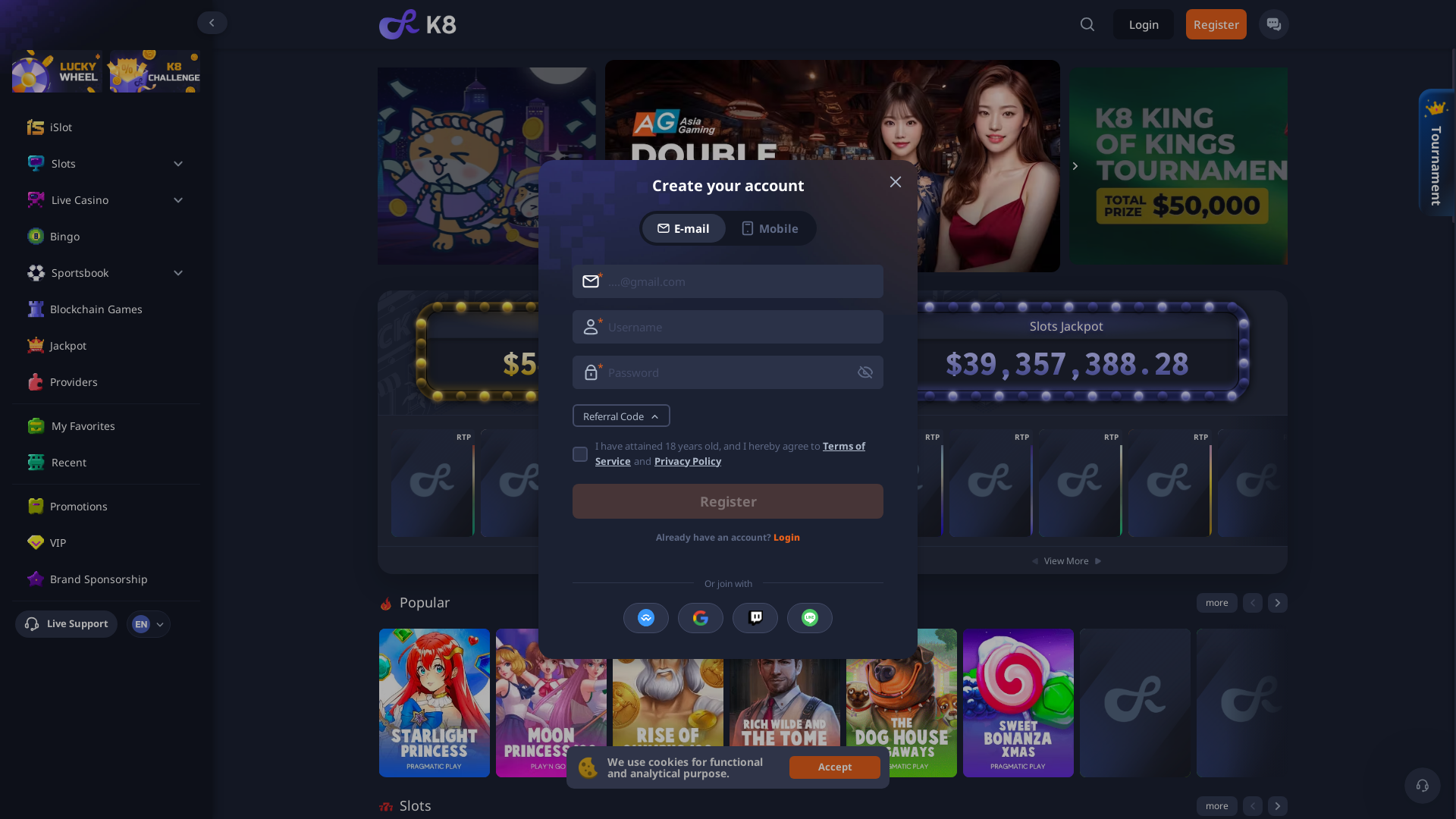  I want to click on 'Starlight Princess', so click(433, 702).